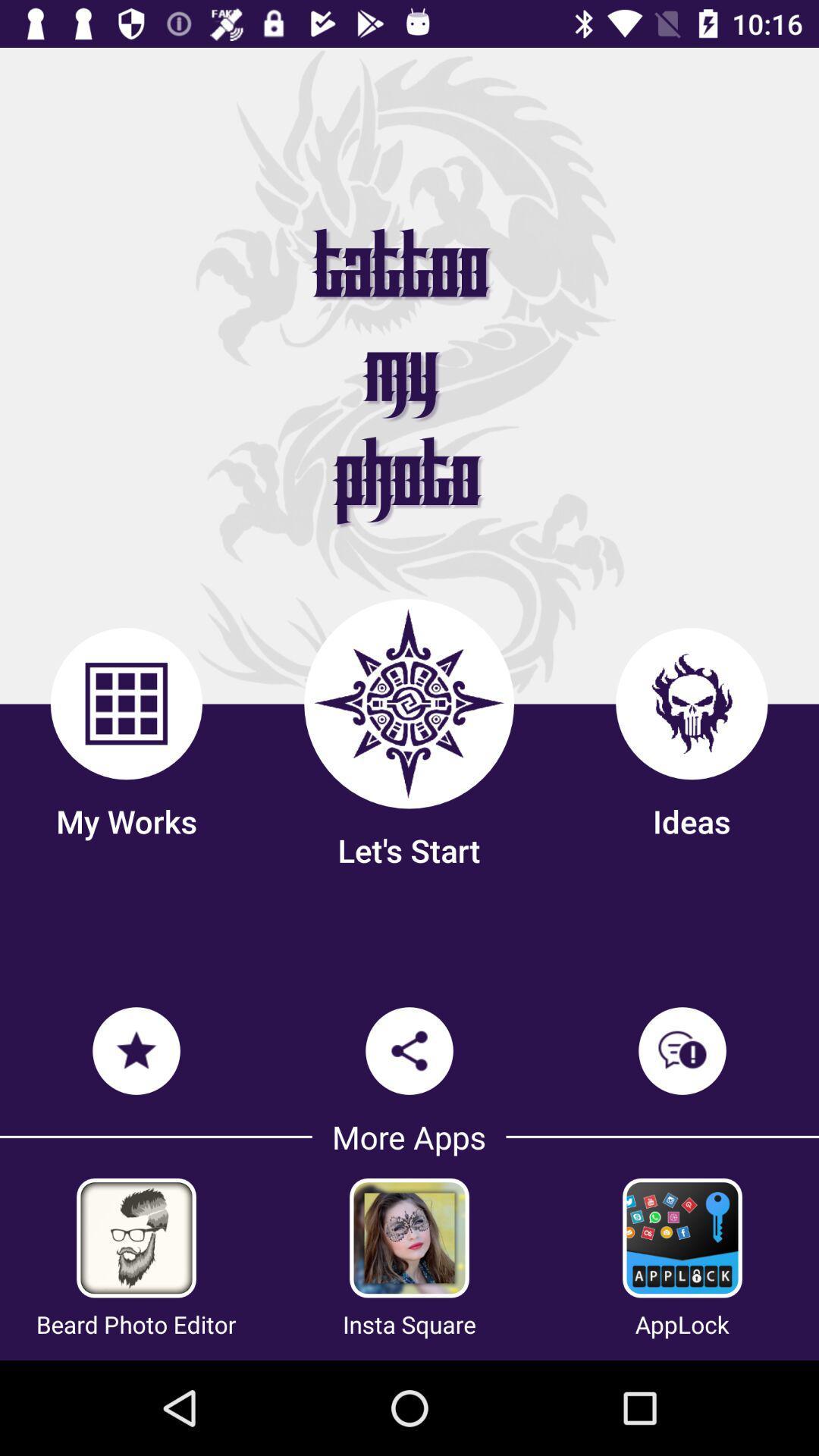 The image size is (819, 1456). What do you see at coordinates (681, 1323) in the screenshot?
I see `applock icon` at bounding box center [681, 1323].